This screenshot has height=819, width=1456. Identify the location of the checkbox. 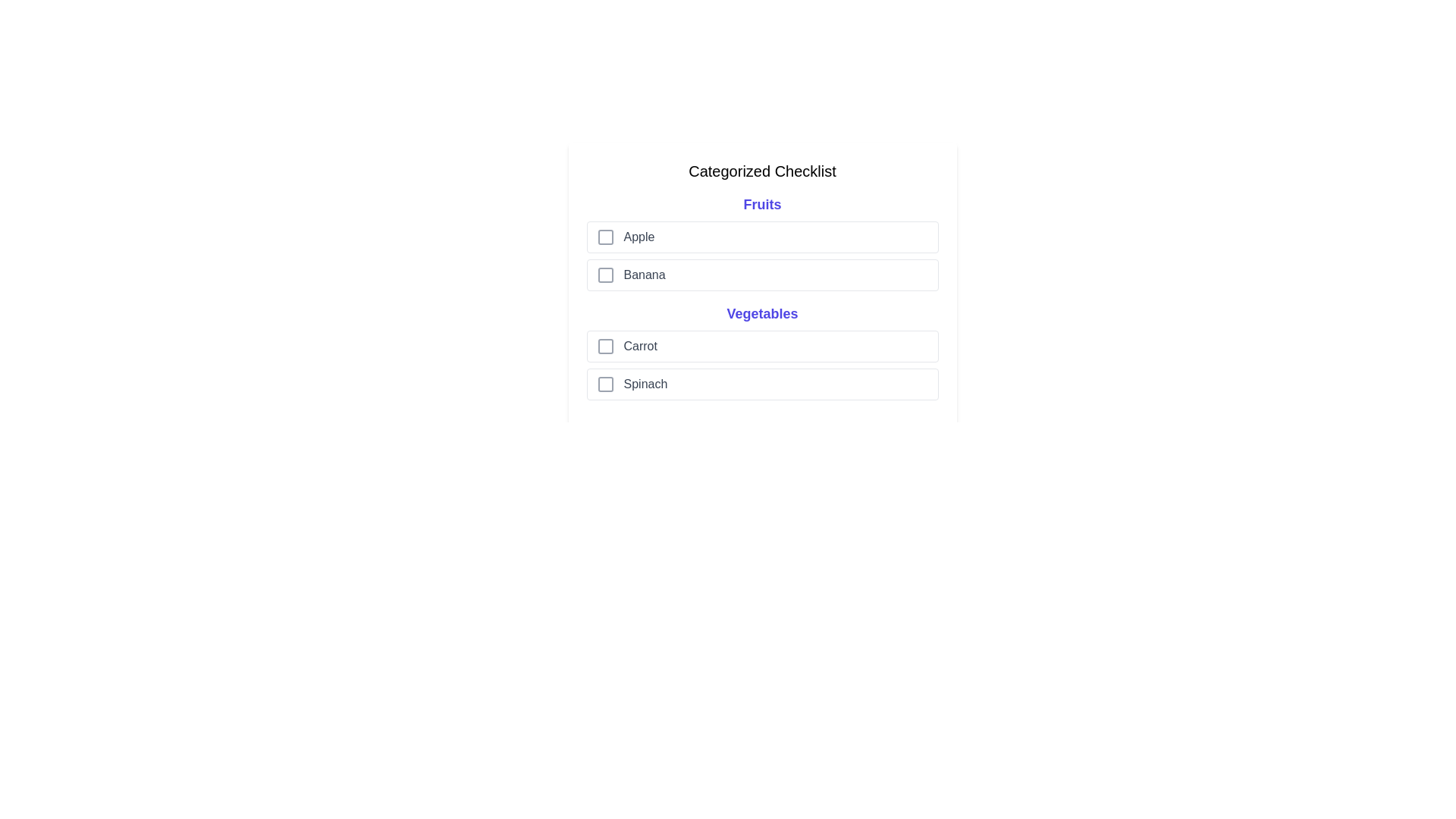
(762, 275).